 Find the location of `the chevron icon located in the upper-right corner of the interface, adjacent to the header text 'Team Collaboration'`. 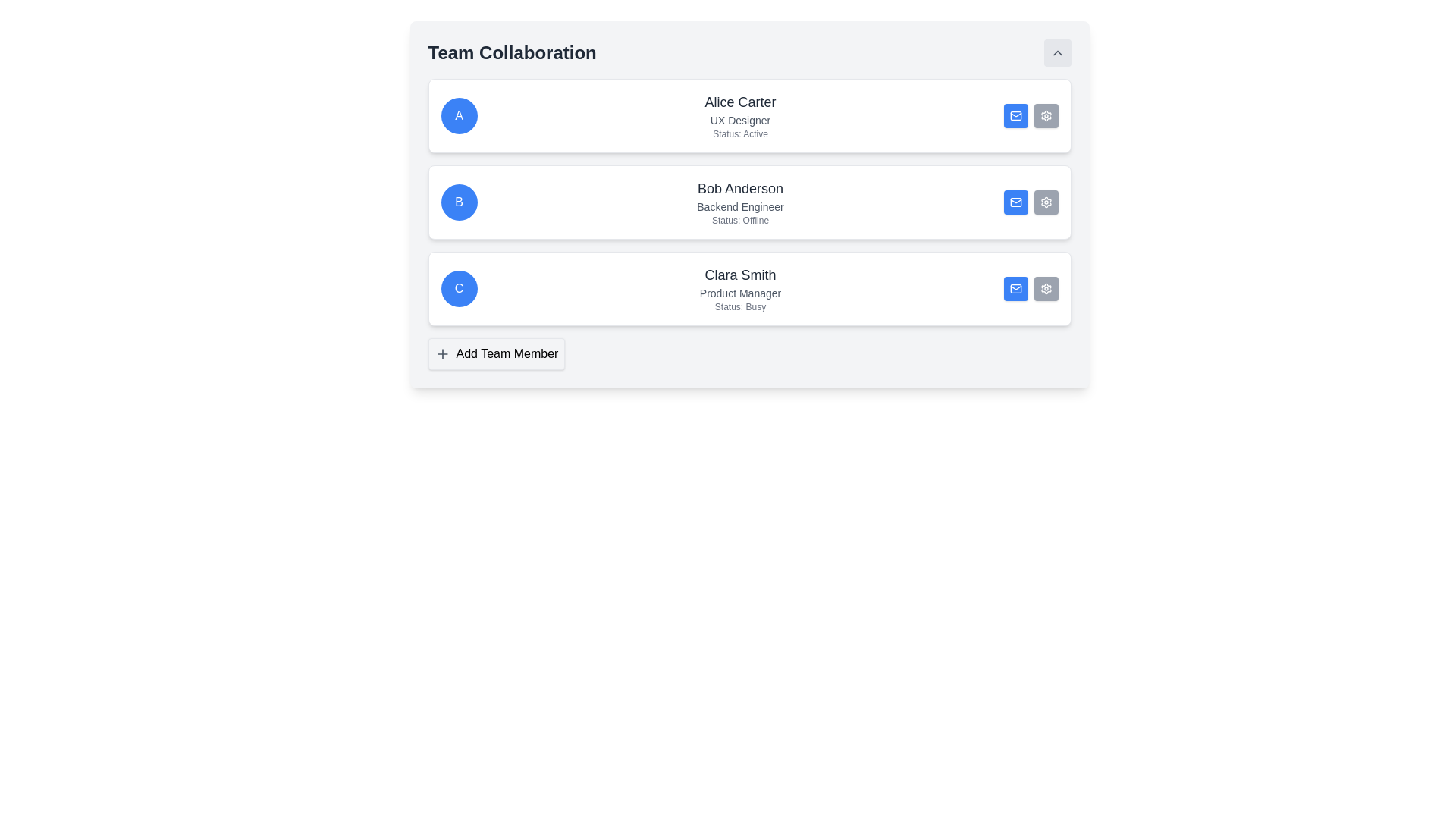

the chevron icon located in the upper-right corner of the interface, adjacent to the header text 'Team Collaboration' is located at coordinates (1056, 52).